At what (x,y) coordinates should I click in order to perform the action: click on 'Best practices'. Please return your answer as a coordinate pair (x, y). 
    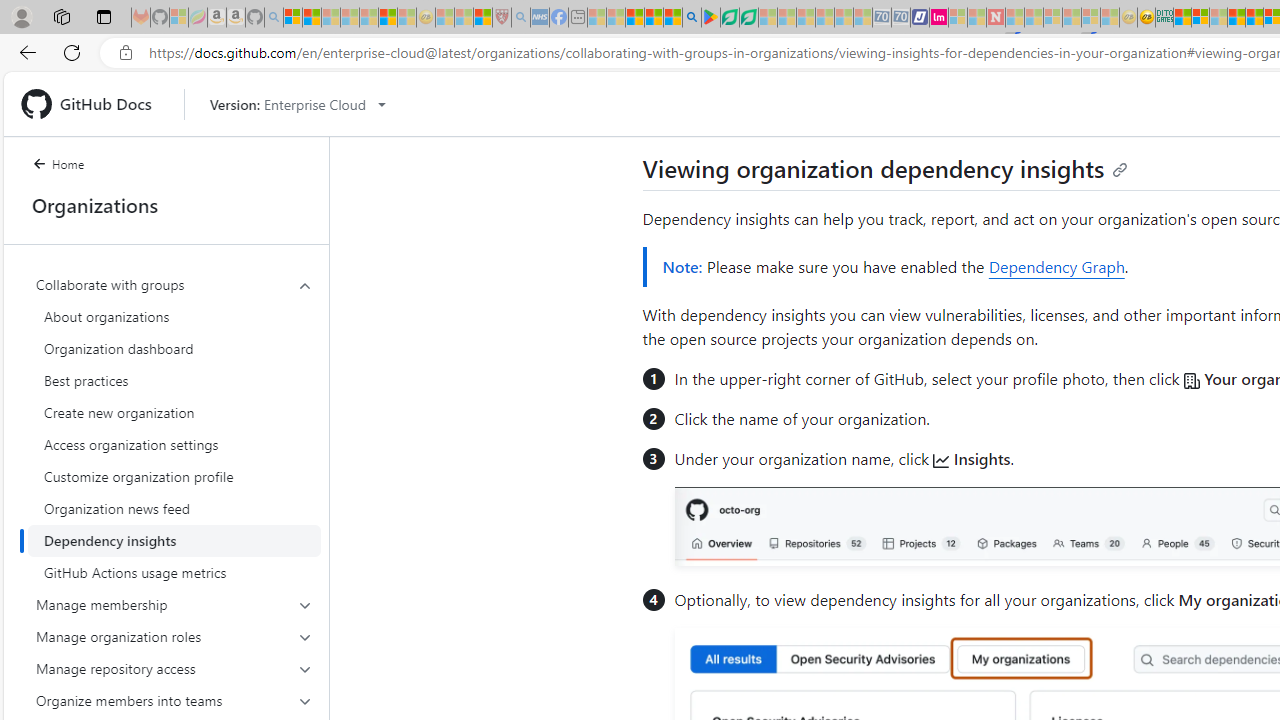
    Looking at the image, I should click on (174, 380).